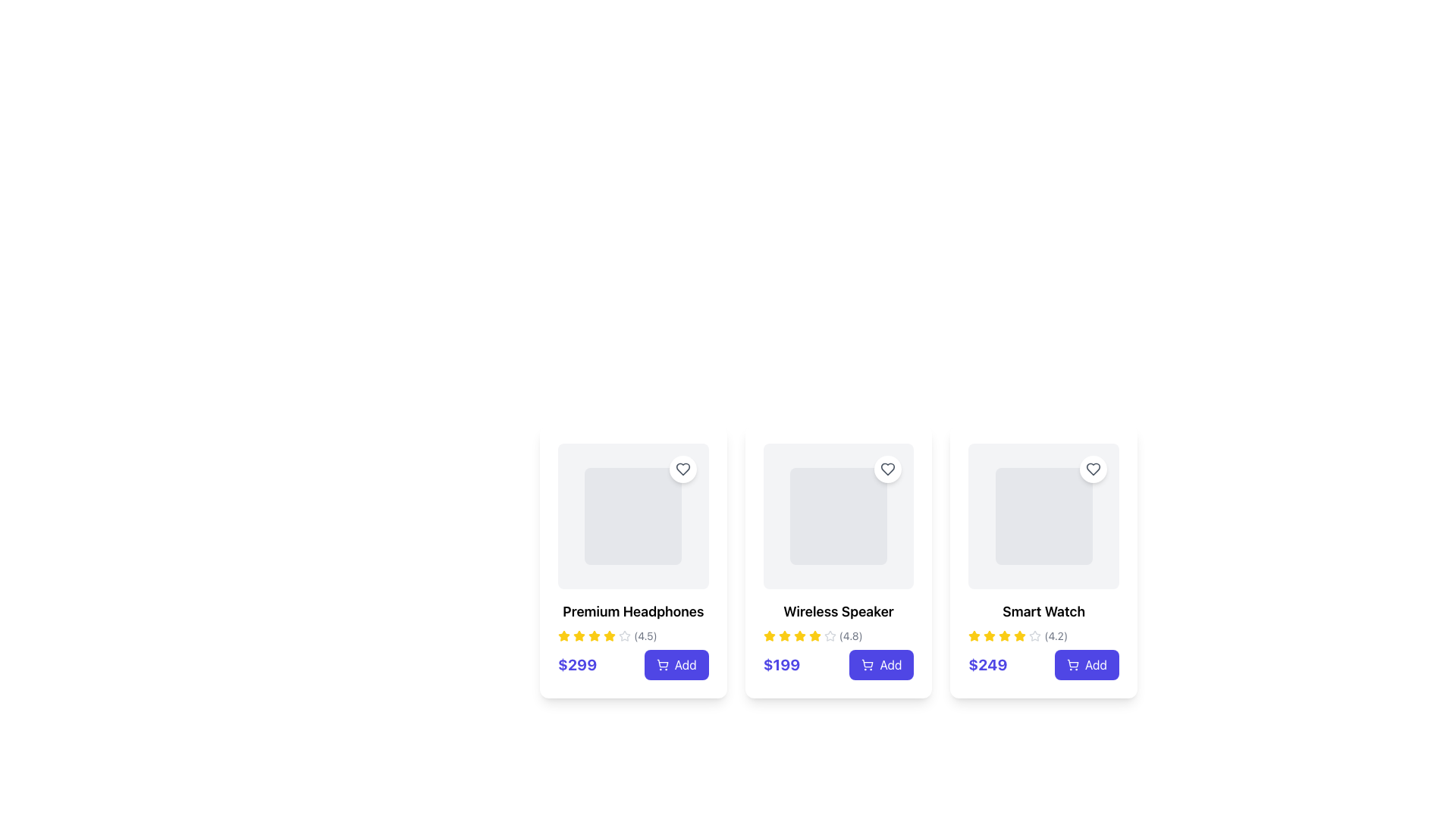 This screenshot has width=1456, height=819. Describe the element at coordinates (990, 635) in the screenshot. I see `the yellow star icon, which is the second star from the left in the rating row for the 'Smart Watch' product card` at that location.